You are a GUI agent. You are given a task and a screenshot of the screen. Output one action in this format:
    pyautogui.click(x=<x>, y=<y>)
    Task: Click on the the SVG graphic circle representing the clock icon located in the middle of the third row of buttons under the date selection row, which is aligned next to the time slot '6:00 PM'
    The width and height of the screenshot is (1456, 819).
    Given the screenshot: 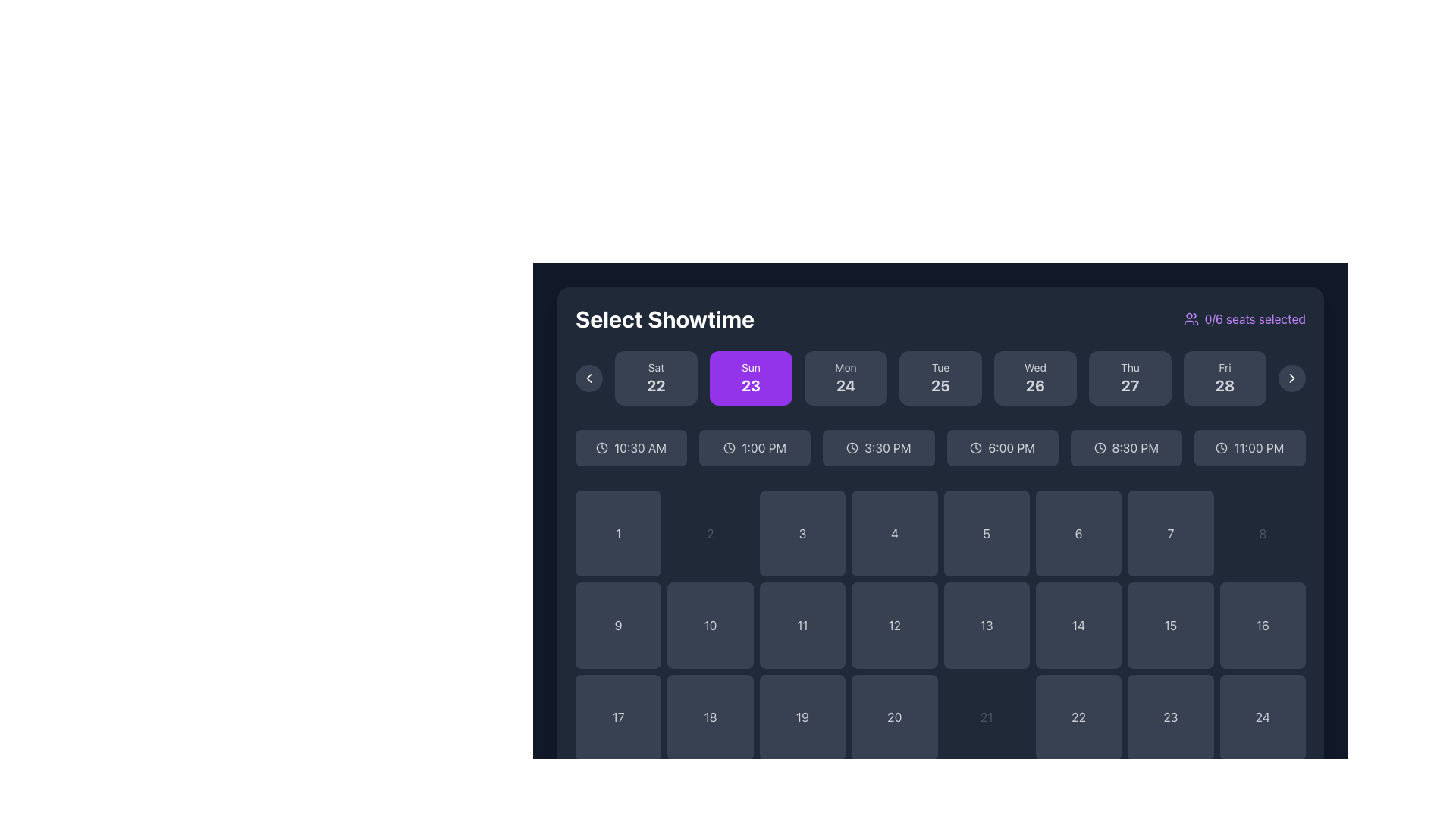 What is the action you would take?
    pyautogui.click(x=976, y=447)
    